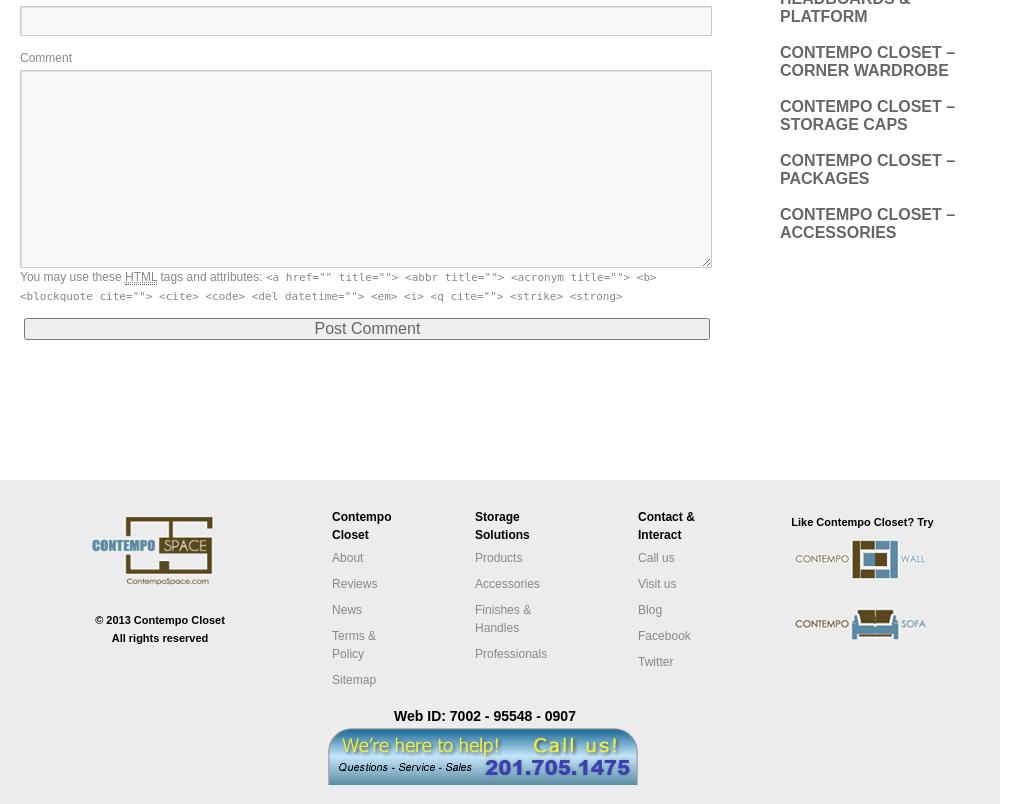 The width and height of the screenshot is (1020, 804). I want to click on 'Storage Solutions', so click(502, 525).